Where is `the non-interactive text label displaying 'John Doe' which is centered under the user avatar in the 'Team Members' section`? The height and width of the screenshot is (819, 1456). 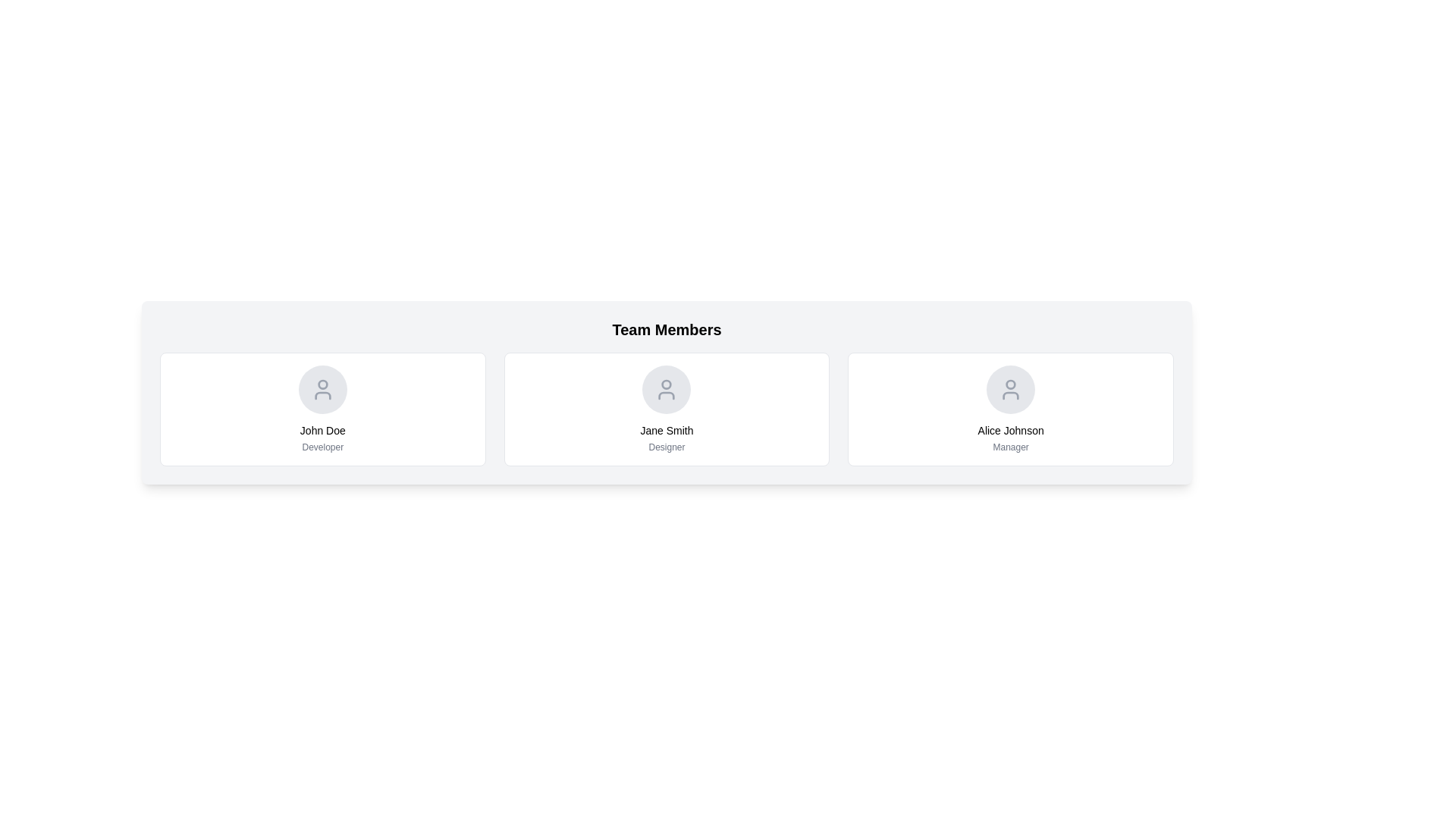
the non-interactive text label displaying 'John Doe' which is centered under the user avatar in the 'Team Members' section is located at coordinates (322, 430).